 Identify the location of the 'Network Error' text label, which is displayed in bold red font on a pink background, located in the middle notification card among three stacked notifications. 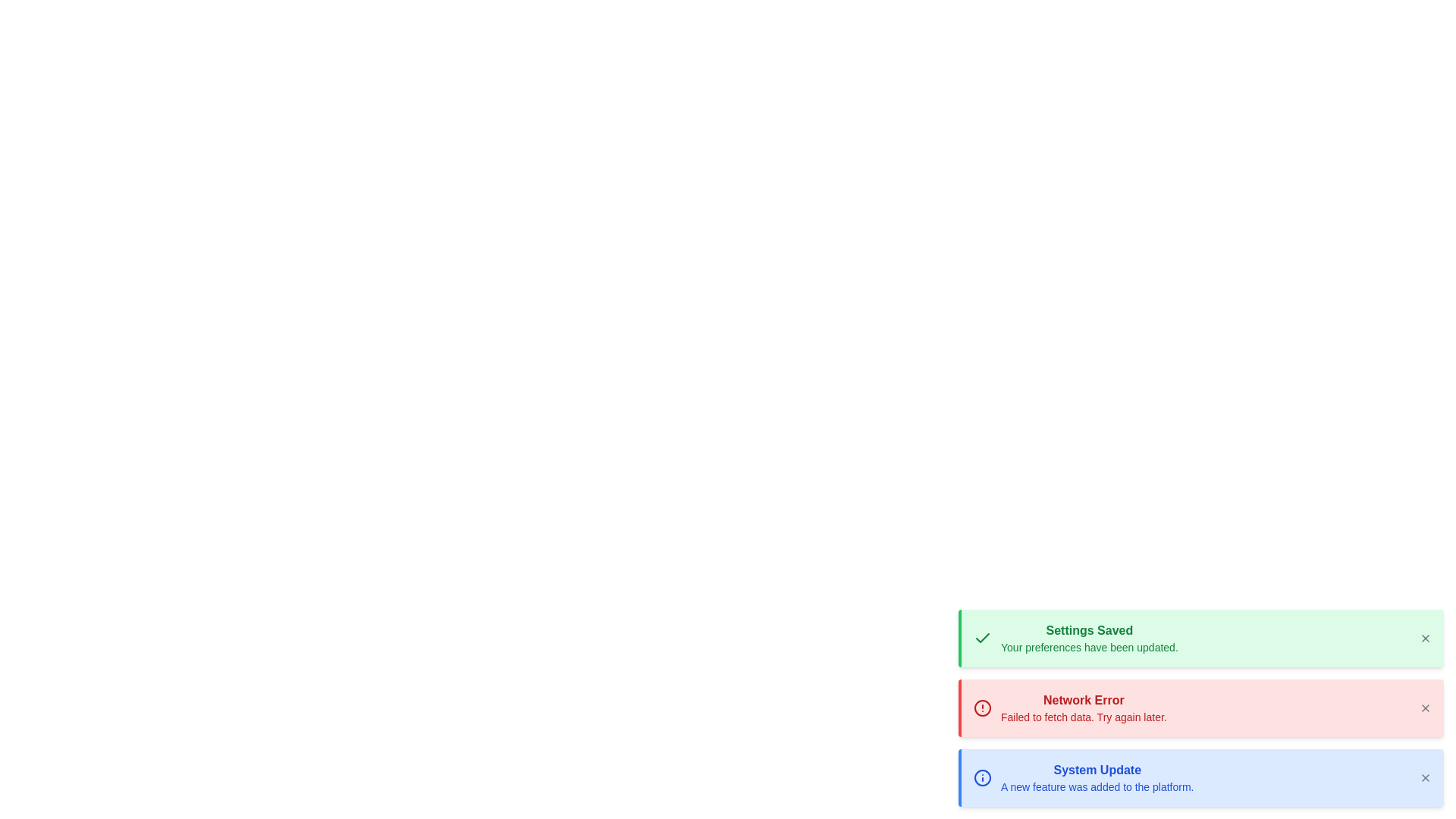
(1083, 701).